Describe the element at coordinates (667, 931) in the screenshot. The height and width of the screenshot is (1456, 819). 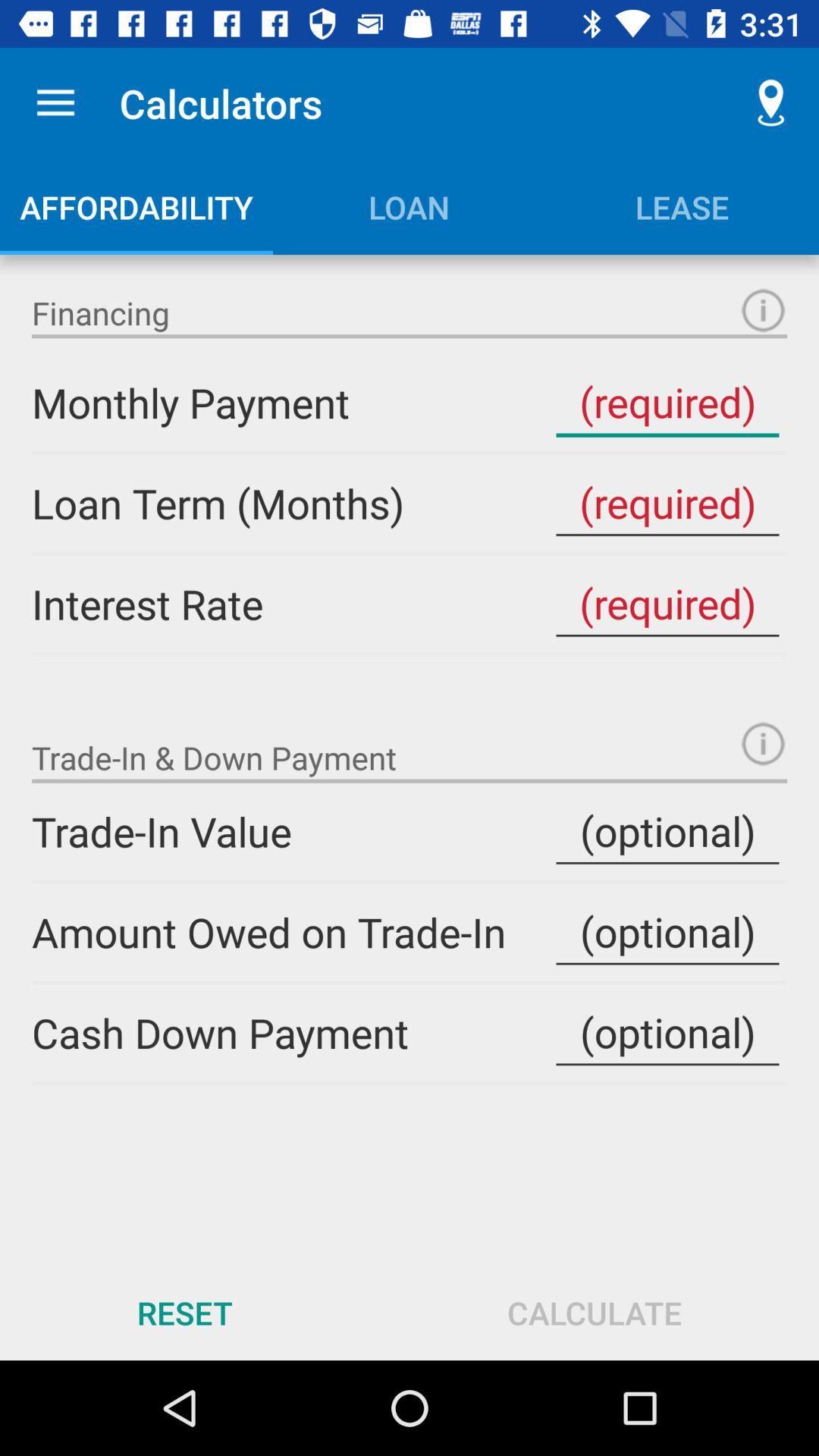
I see `data line` at that location.